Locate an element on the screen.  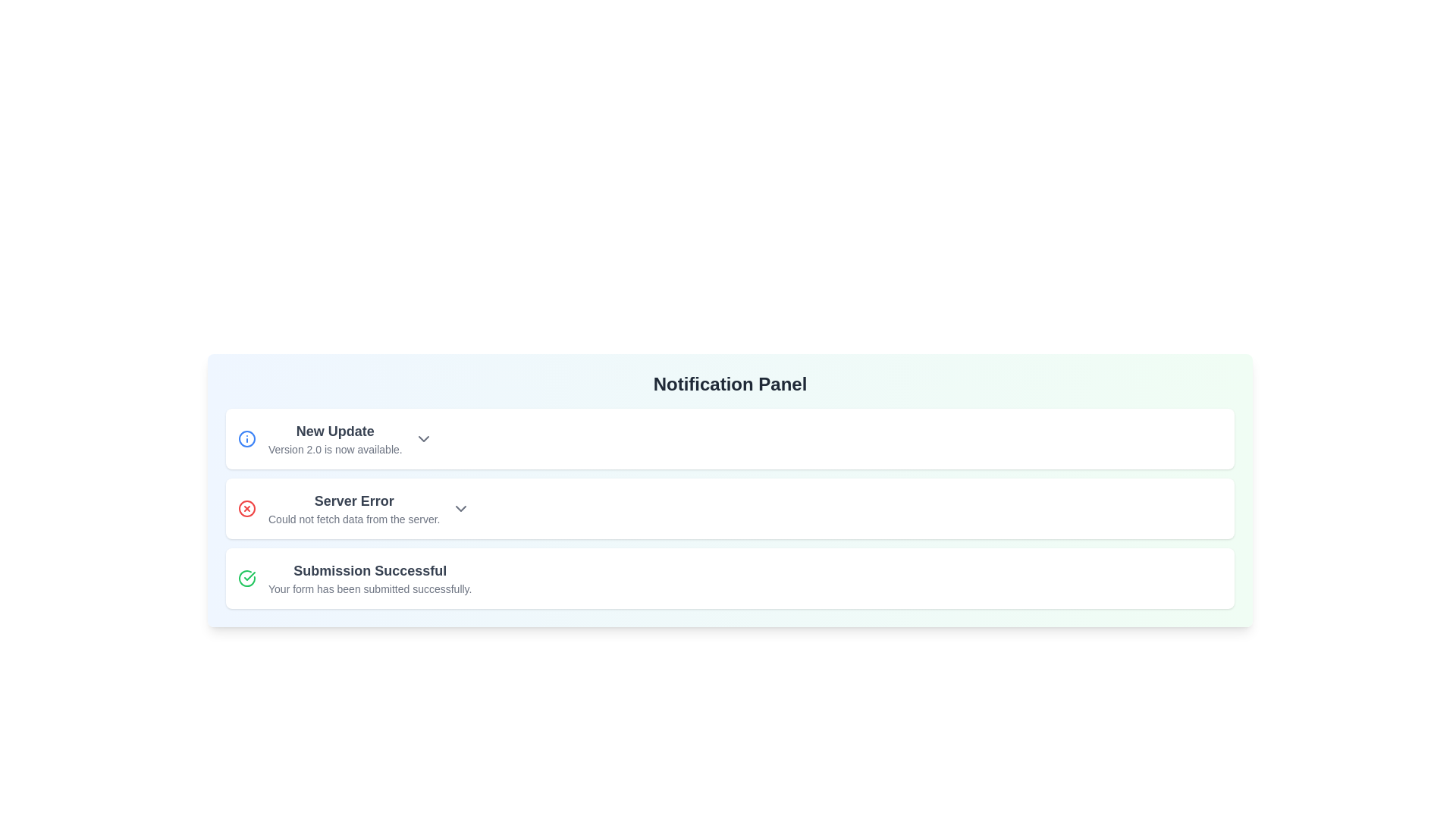
the text label indicating an error message related to server issues, located in the second card of the vertical list of notifications is located at coordinates (353, 500).